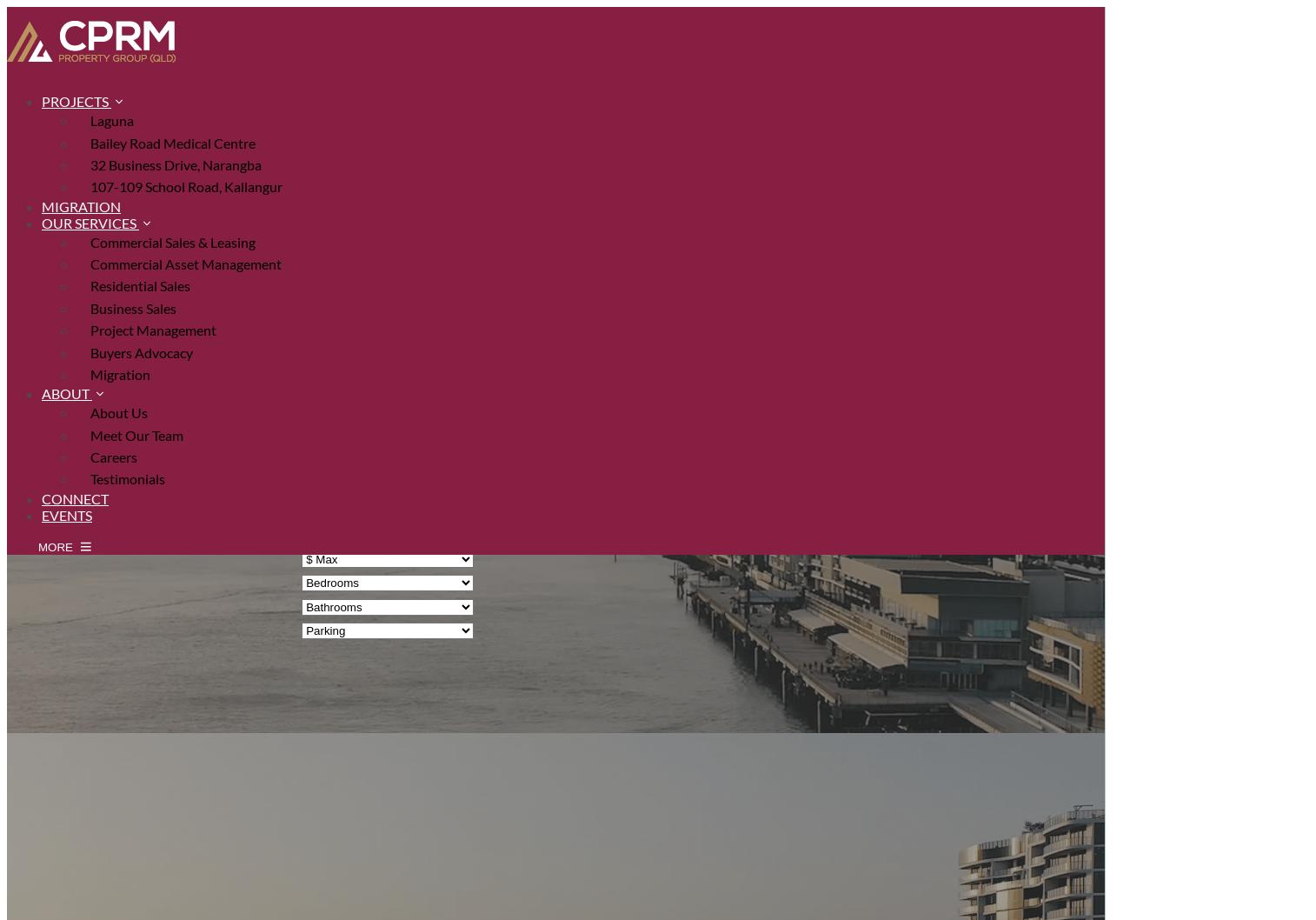 The image size is (1316, 920). I want to click on 'Commercial Sales & Leasing', so click(171, 240).